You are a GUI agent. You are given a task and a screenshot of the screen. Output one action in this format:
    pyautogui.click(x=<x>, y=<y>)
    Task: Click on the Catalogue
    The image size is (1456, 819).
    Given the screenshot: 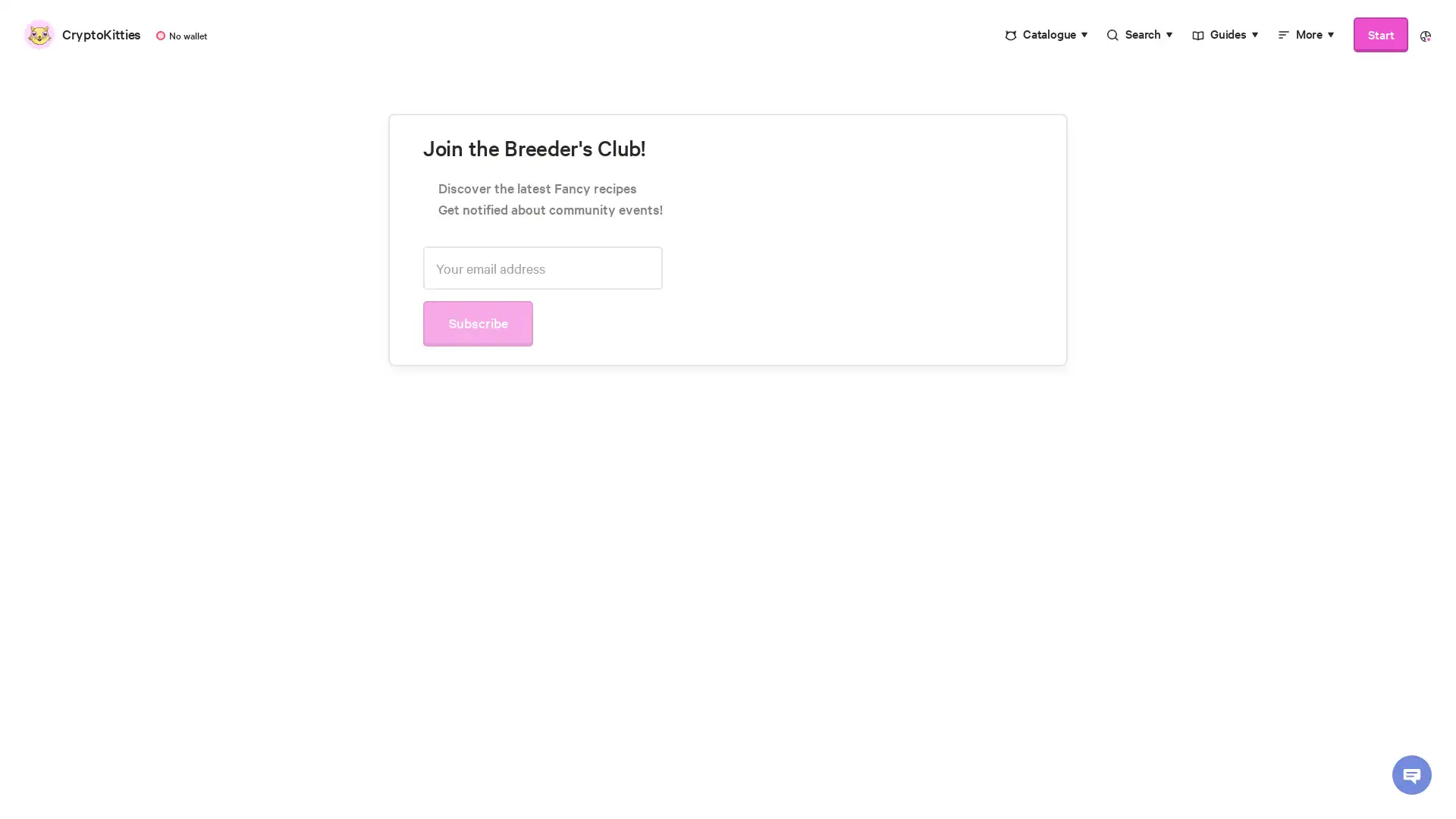 What is the action you would take?
    pyautogui.click(x=1046, y=34)
    